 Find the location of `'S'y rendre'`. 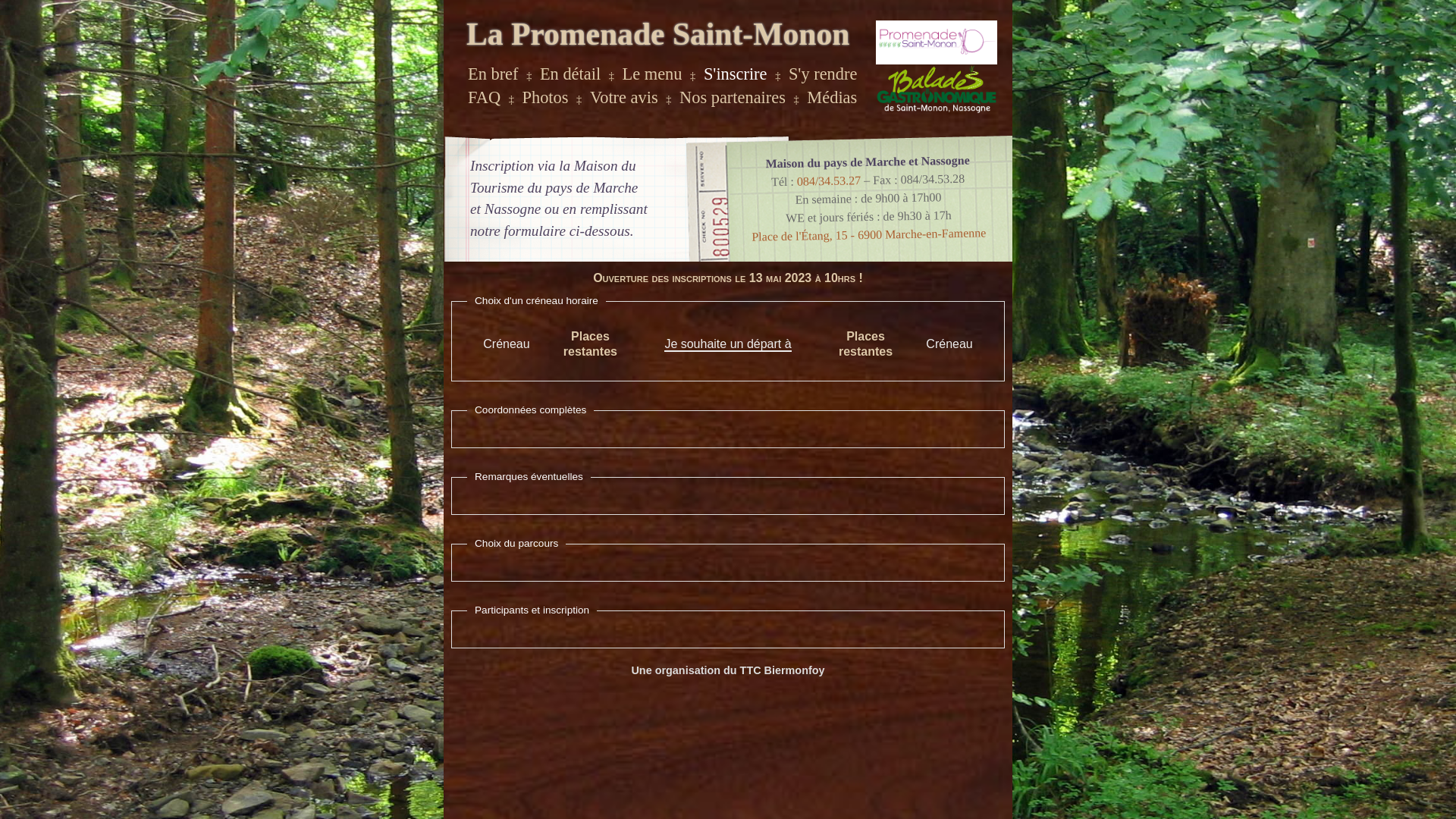

'S'y rendre' is located at coordinates (821, 74).